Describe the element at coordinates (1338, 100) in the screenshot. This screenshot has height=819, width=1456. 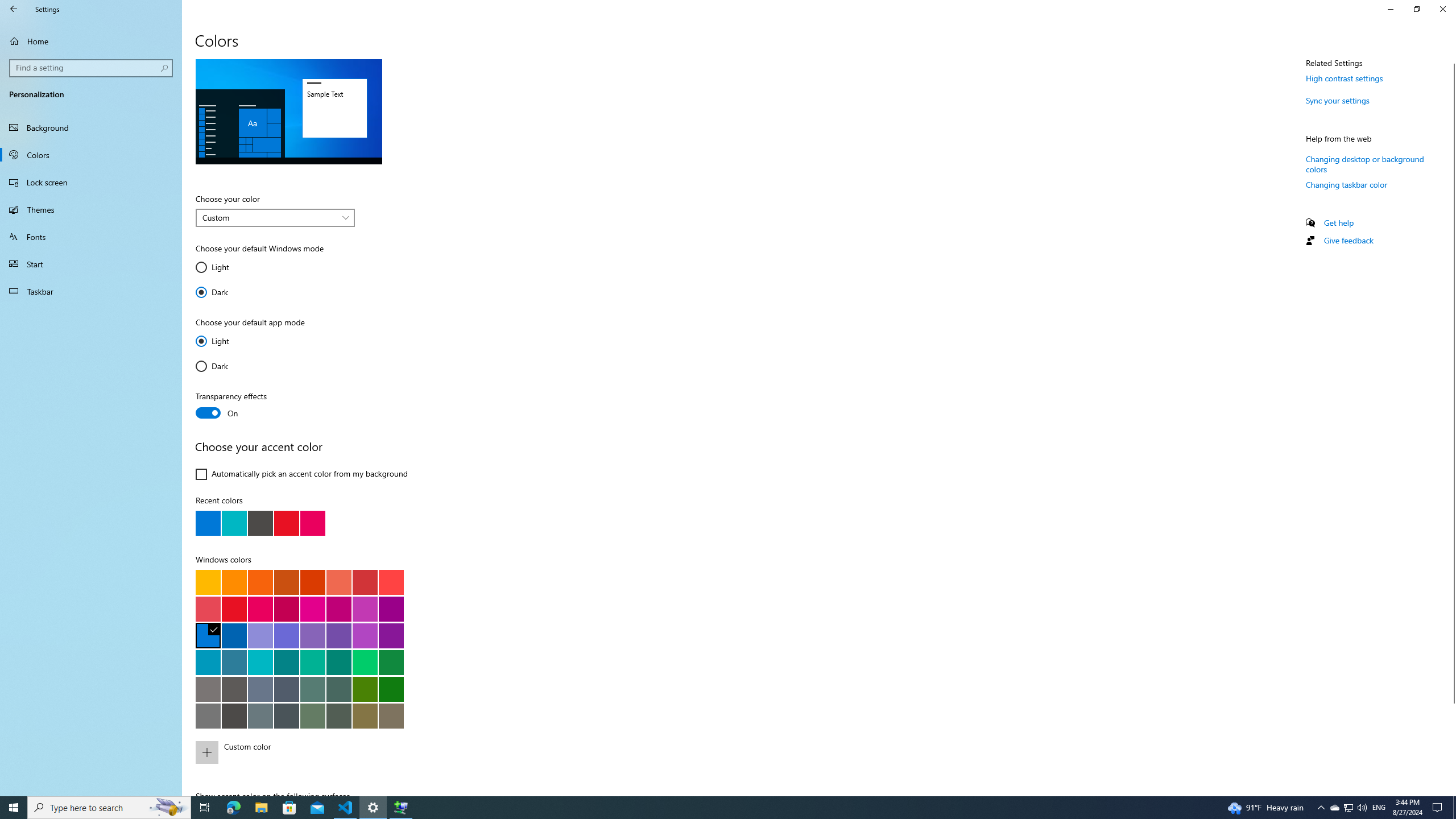
I see `'Sync your settings'` at that location.